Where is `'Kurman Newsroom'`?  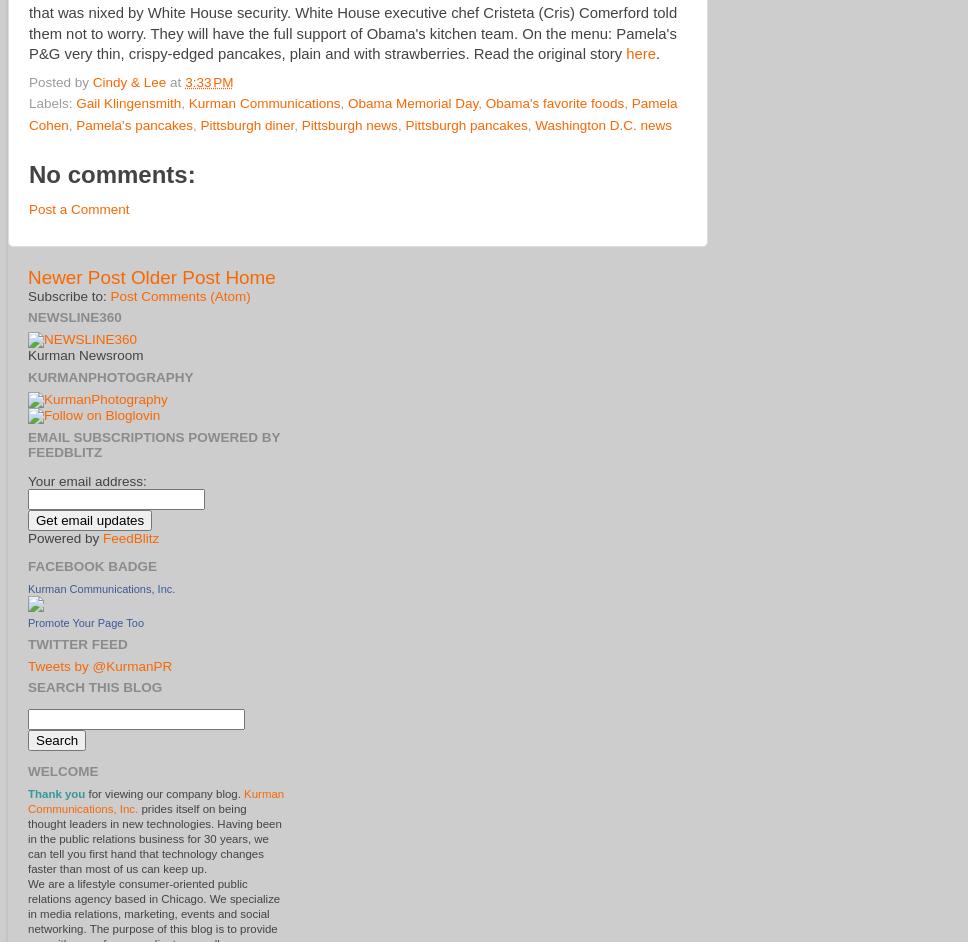 'Kurman Newsroom' is located at coordinates (85, 354).